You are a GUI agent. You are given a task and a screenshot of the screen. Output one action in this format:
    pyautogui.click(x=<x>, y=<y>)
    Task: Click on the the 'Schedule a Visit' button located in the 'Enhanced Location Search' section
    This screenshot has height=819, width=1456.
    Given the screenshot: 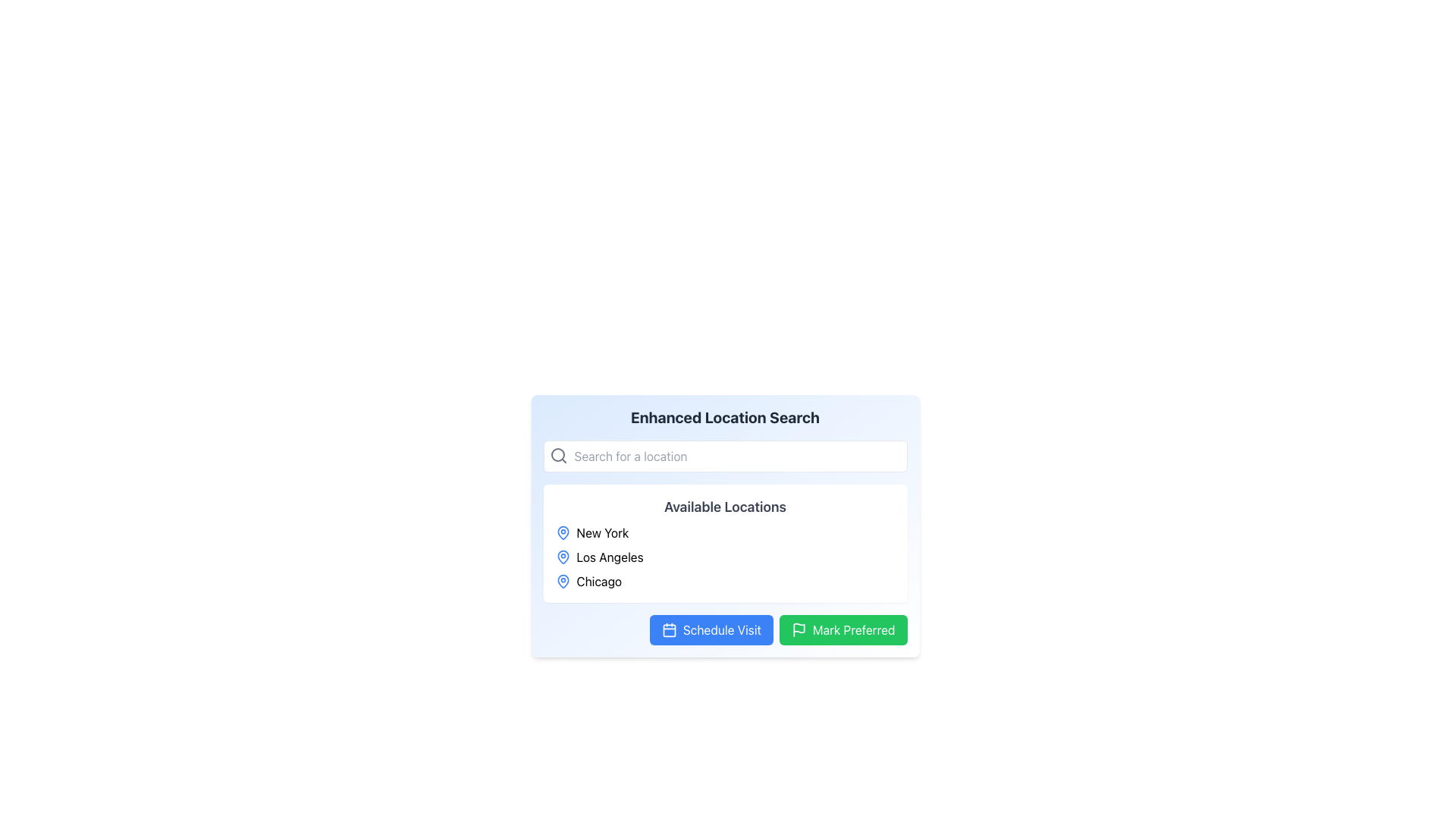 What is the action you would take?
    pyautogui.click(x=724, y=629)
    